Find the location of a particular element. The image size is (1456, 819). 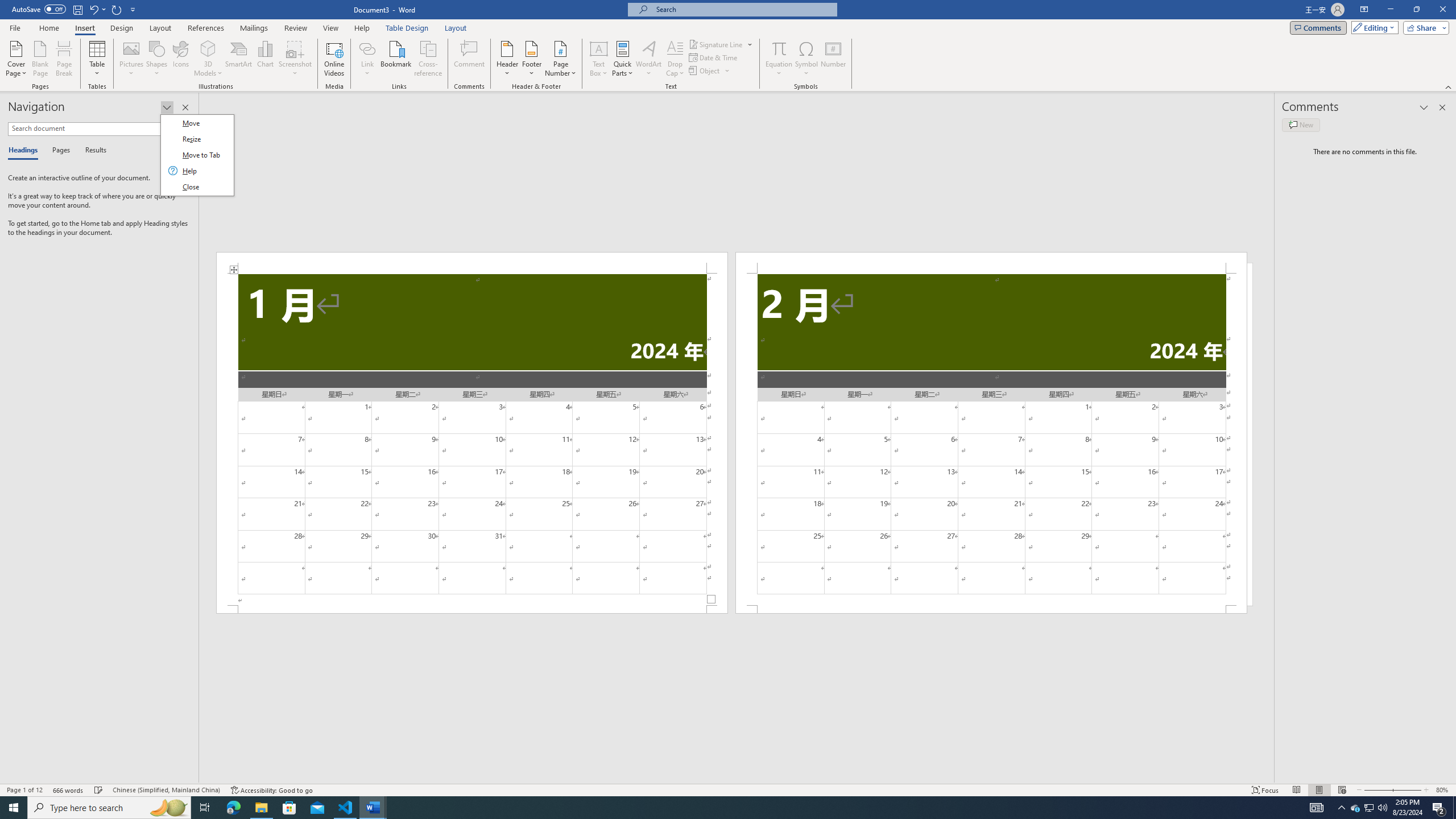

'Icons' is located at coordinates (180, 59).